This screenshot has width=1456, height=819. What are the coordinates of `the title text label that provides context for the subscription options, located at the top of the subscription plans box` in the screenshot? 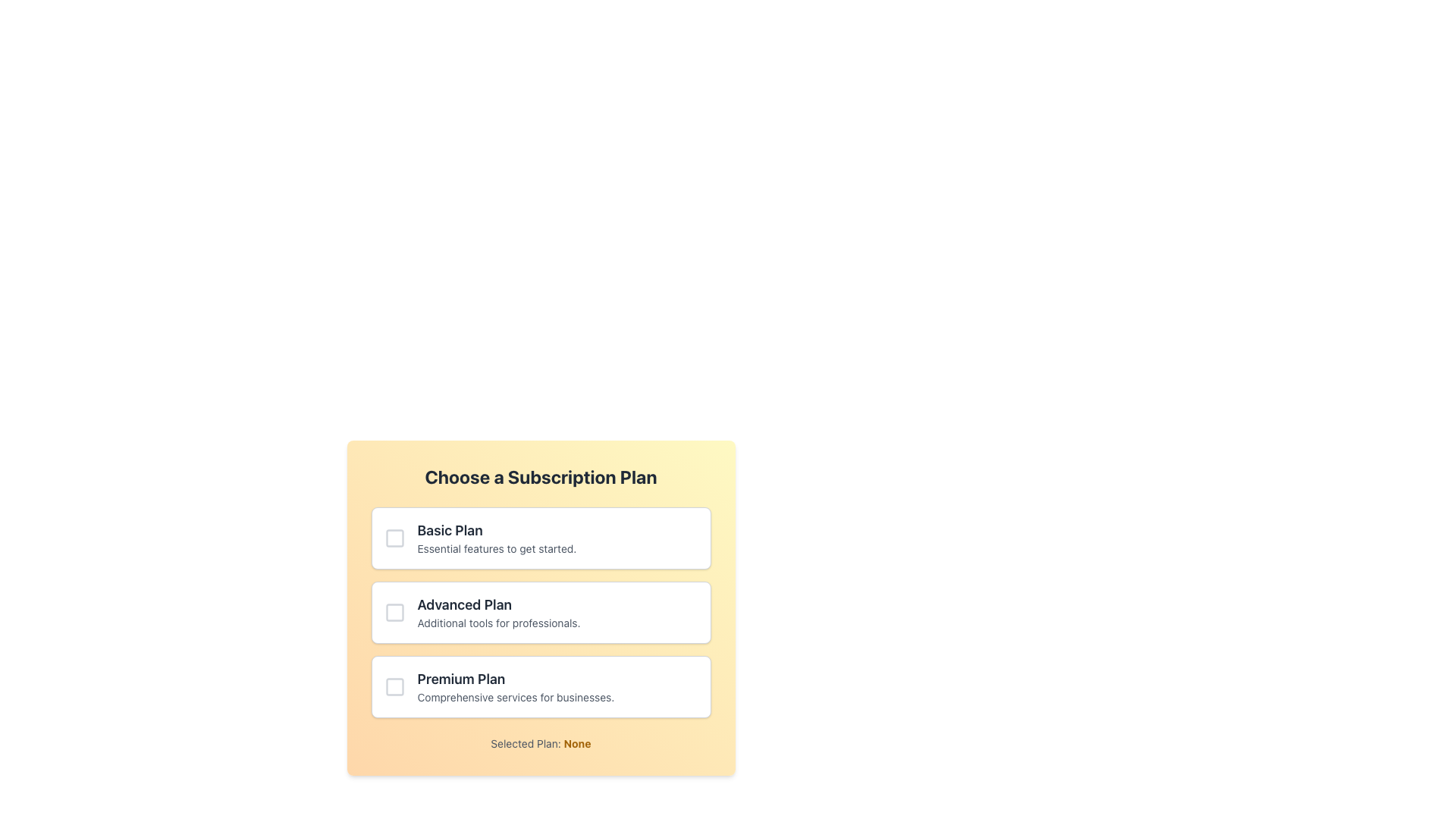 It's located at (541, 475).